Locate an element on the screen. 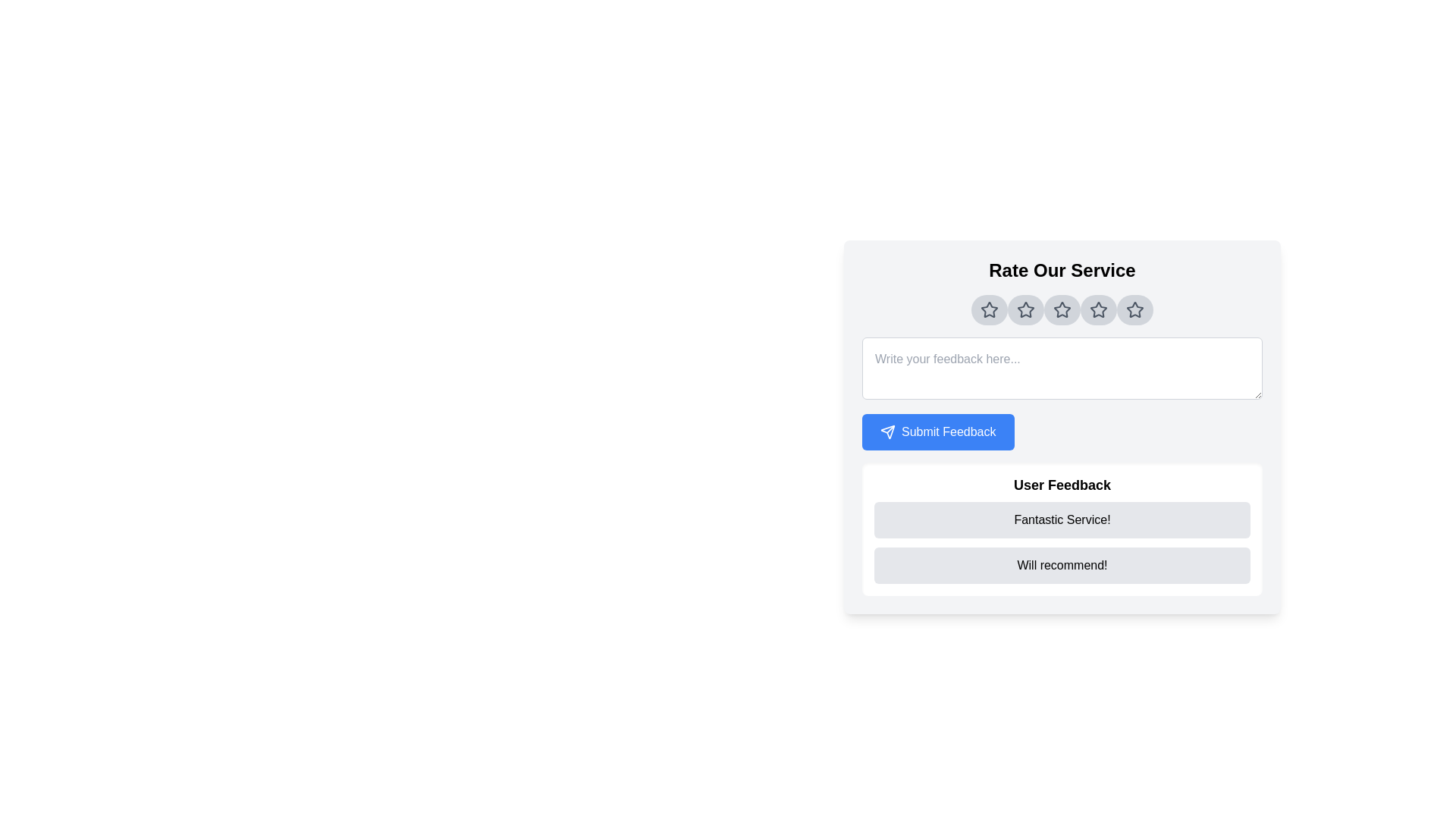 The height and width of the screenshot is (819, 1456). the 4th star icon in the star rating system under the 'Rate Our Service' header to rate it is located at coordinates (1099, 309).